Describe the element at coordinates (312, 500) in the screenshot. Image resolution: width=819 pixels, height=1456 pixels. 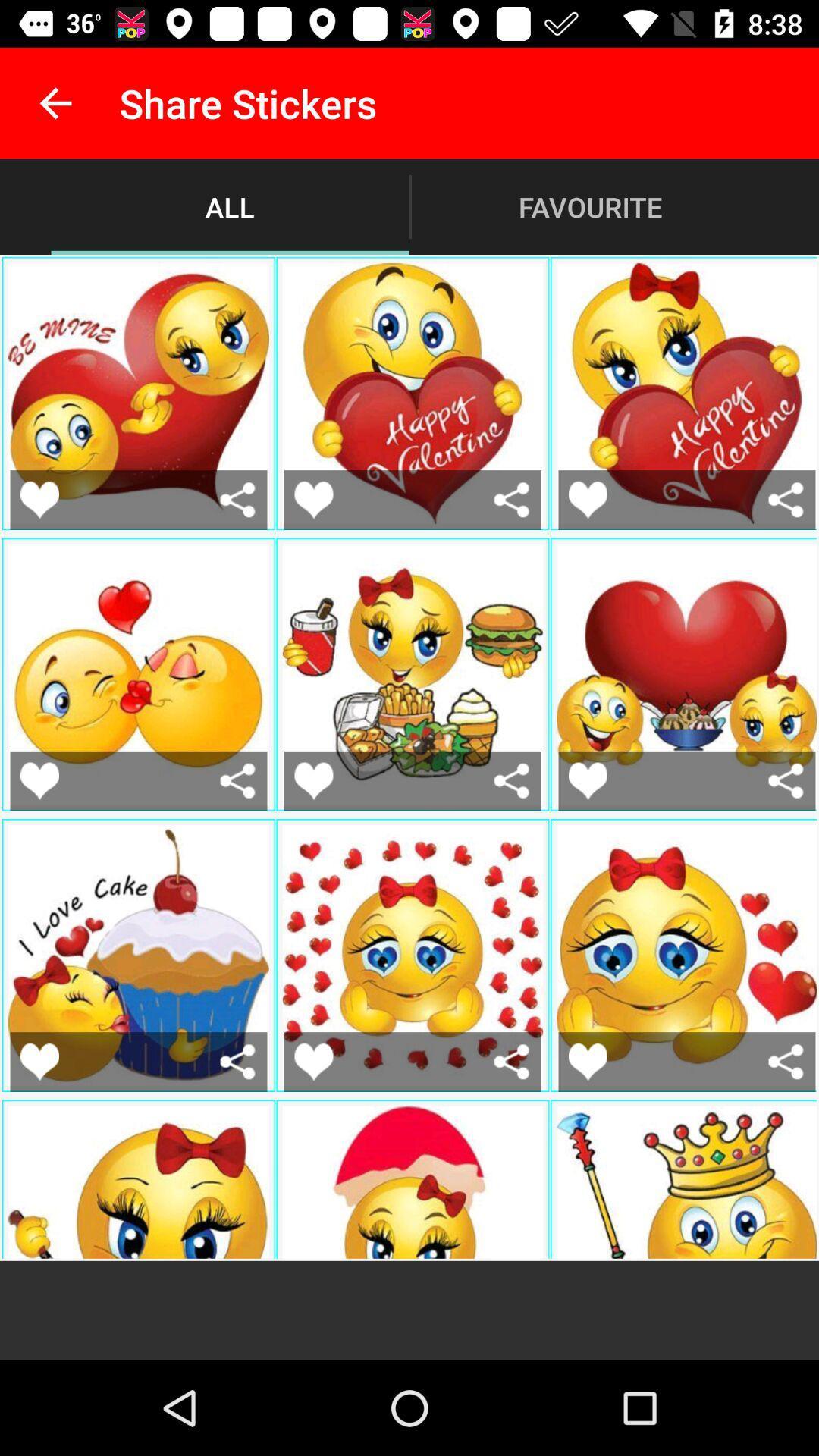
I see `click love` at that location.